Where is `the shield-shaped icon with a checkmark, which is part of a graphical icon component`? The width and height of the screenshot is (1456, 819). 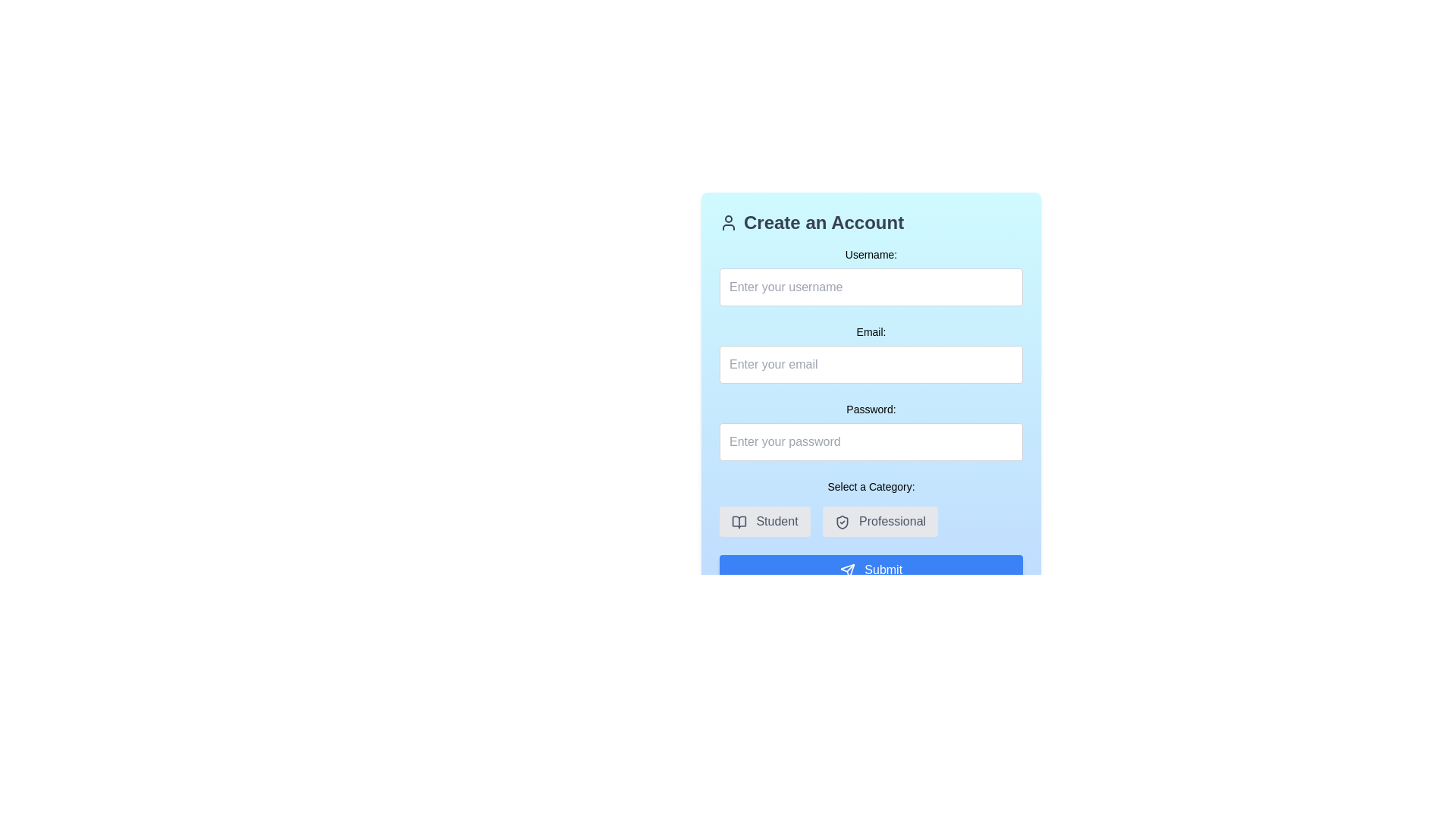 the shield-shaped icon with a checkmark, which is part of a graphical icon component is located at coordinates (841, 521).